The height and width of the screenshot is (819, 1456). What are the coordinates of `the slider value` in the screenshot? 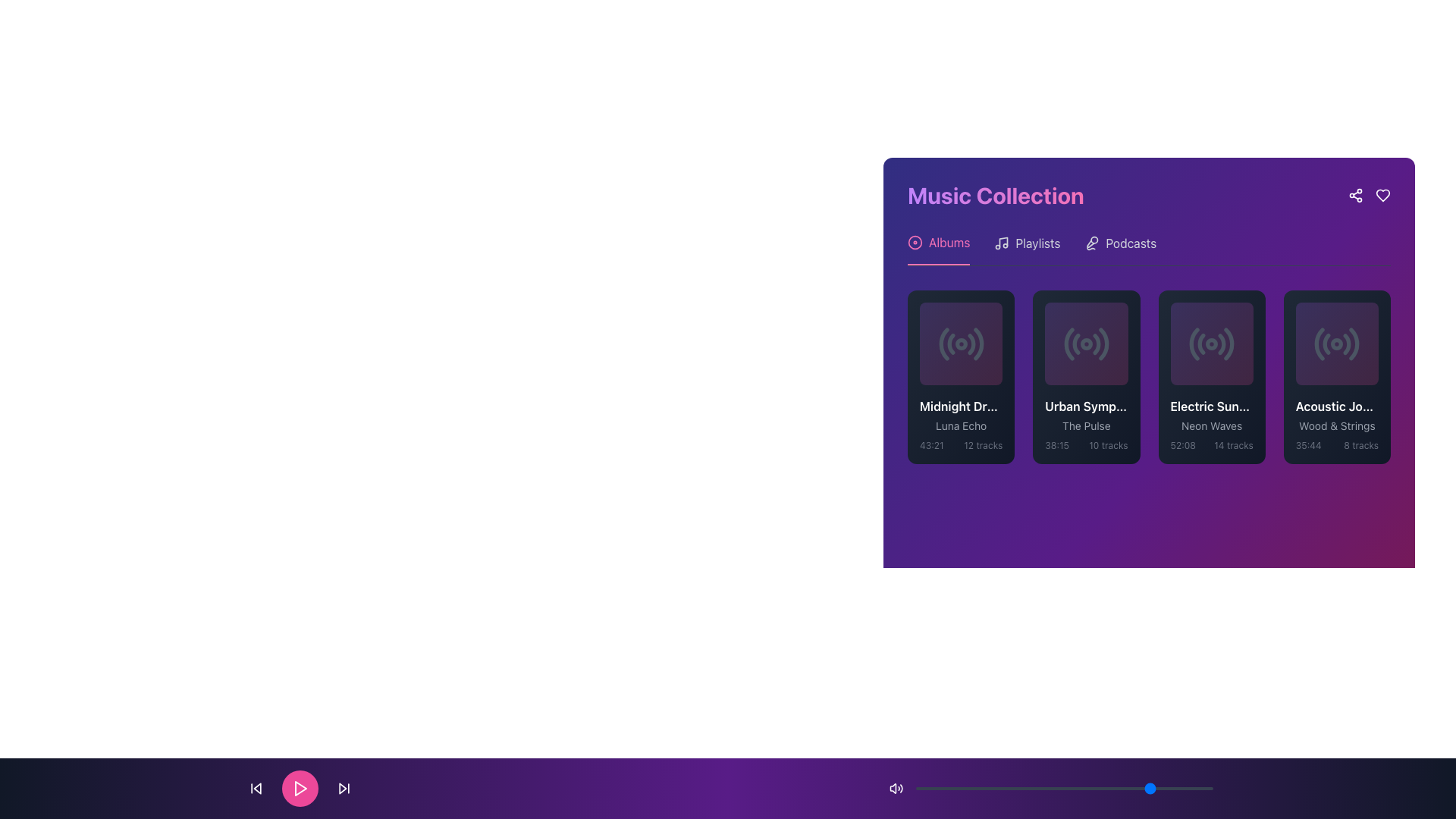 It's located at (1046, 788).